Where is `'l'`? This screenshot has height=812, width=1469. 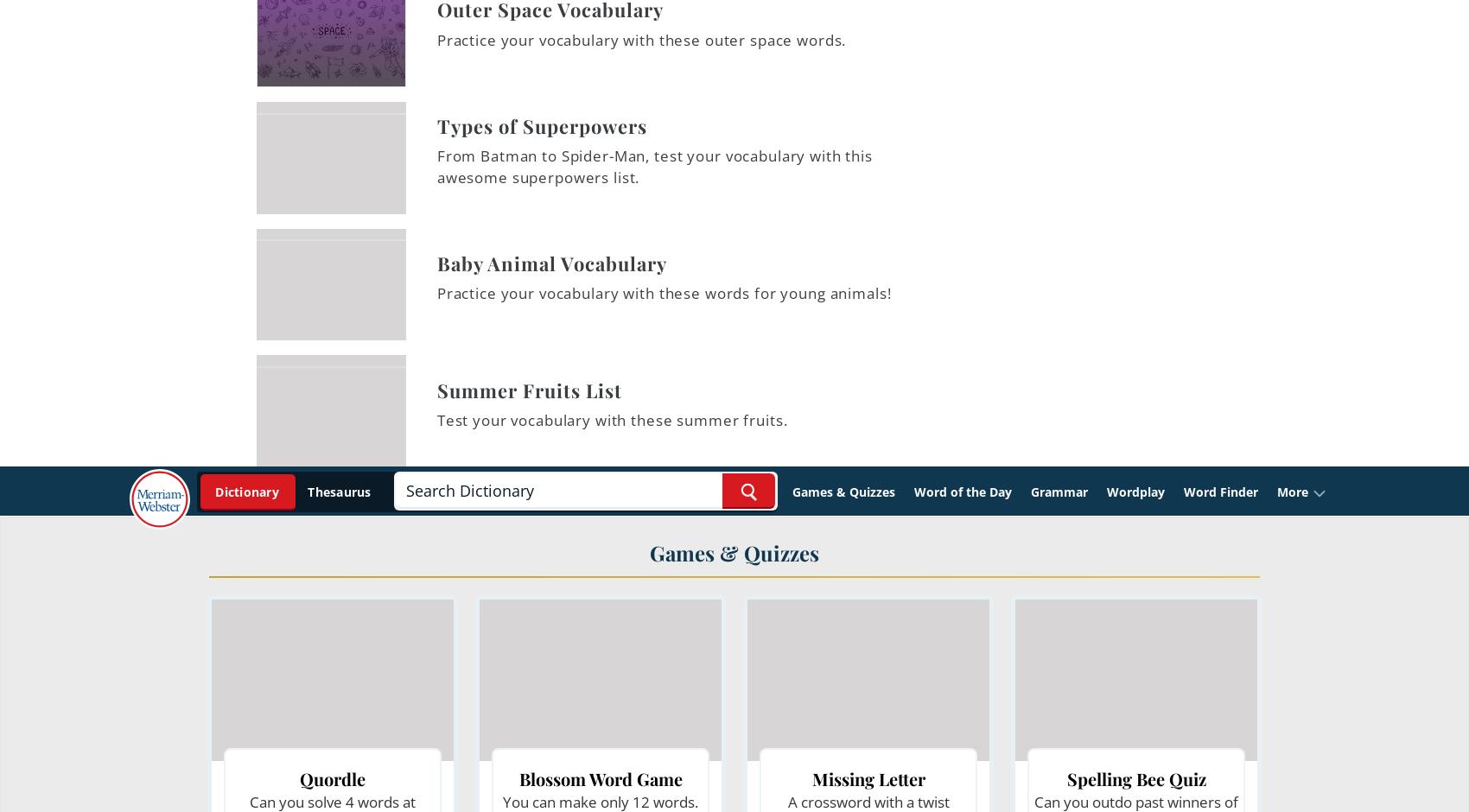
'l' is located at coordinates (717, 40).